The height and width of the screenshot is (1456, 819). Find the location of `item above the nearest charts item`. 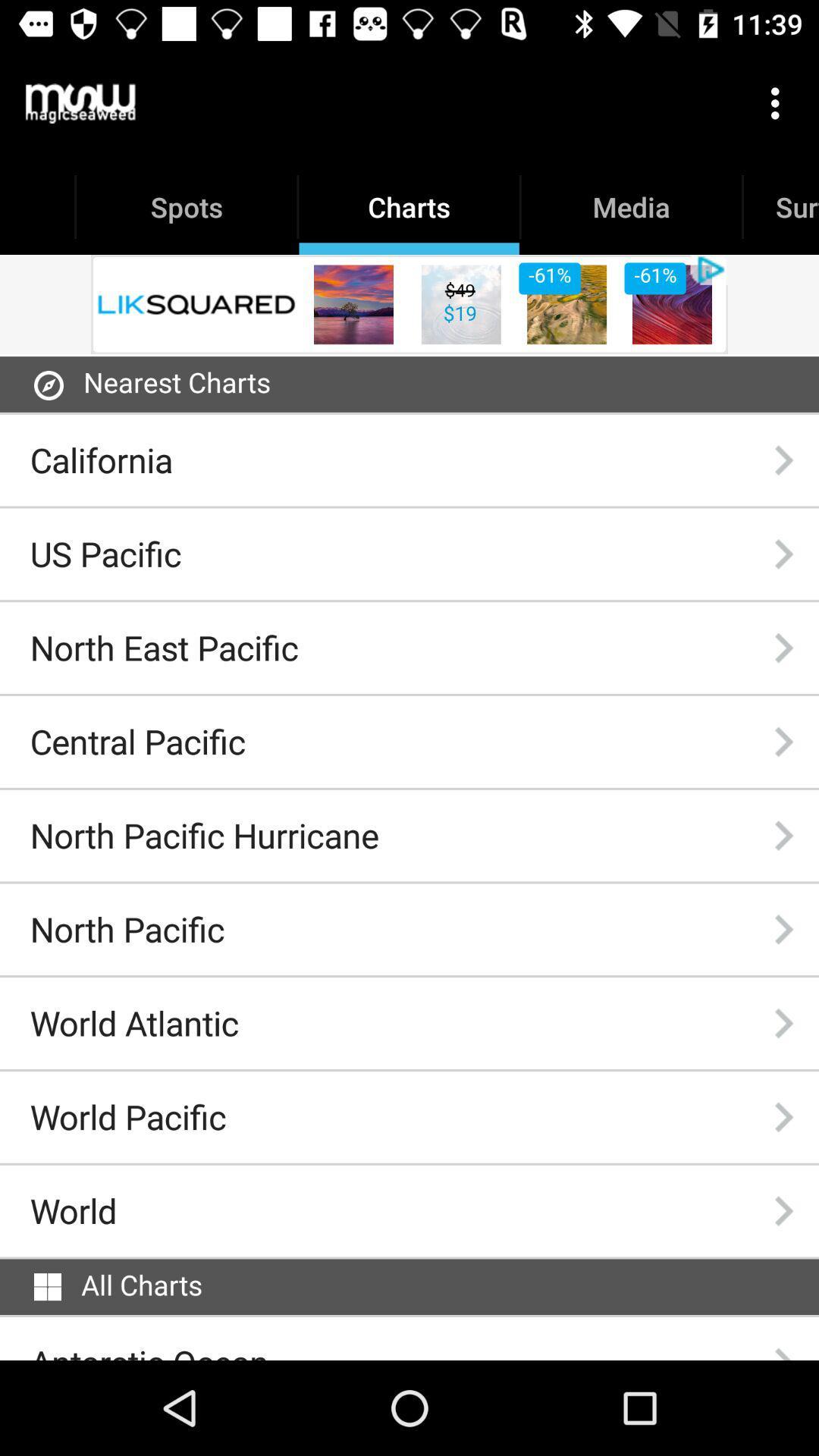

item above the nearest charts item is located at coordinates (409, 303).